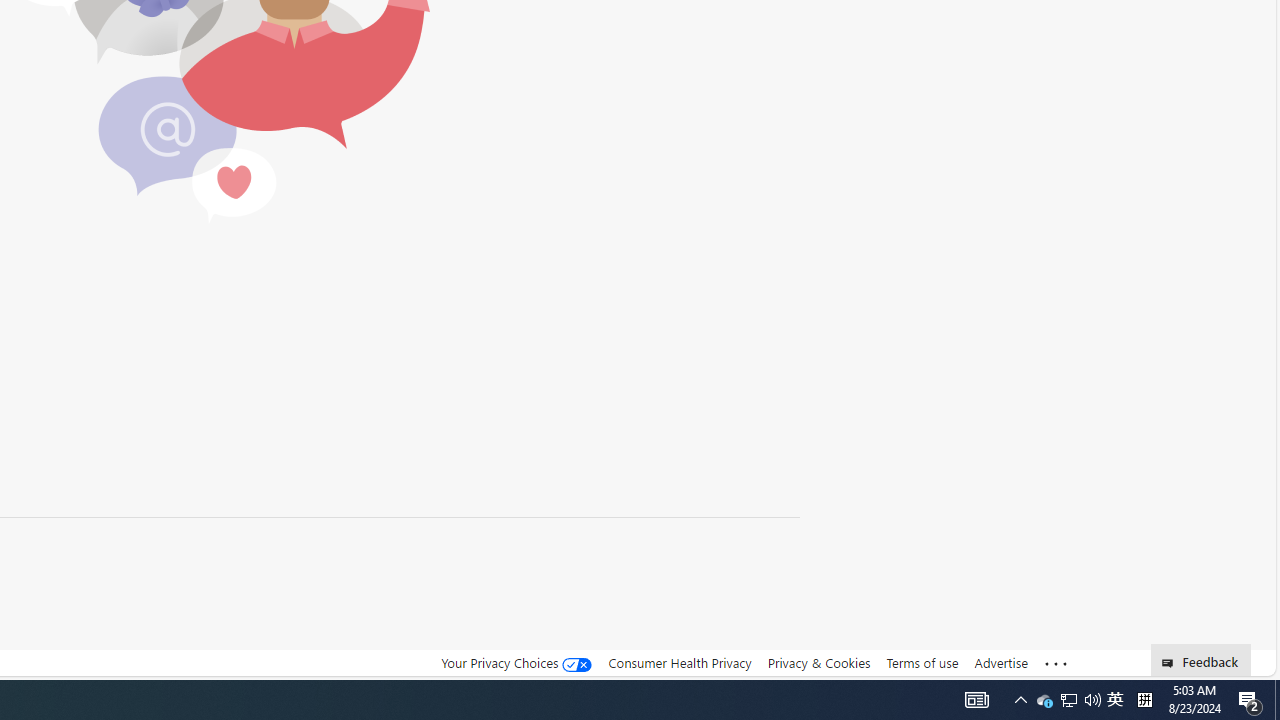  What do you see at coordinates (517, 663) in the screenshot?
I see `'Your Privacy Choices'` at bounding box center [517, 663].